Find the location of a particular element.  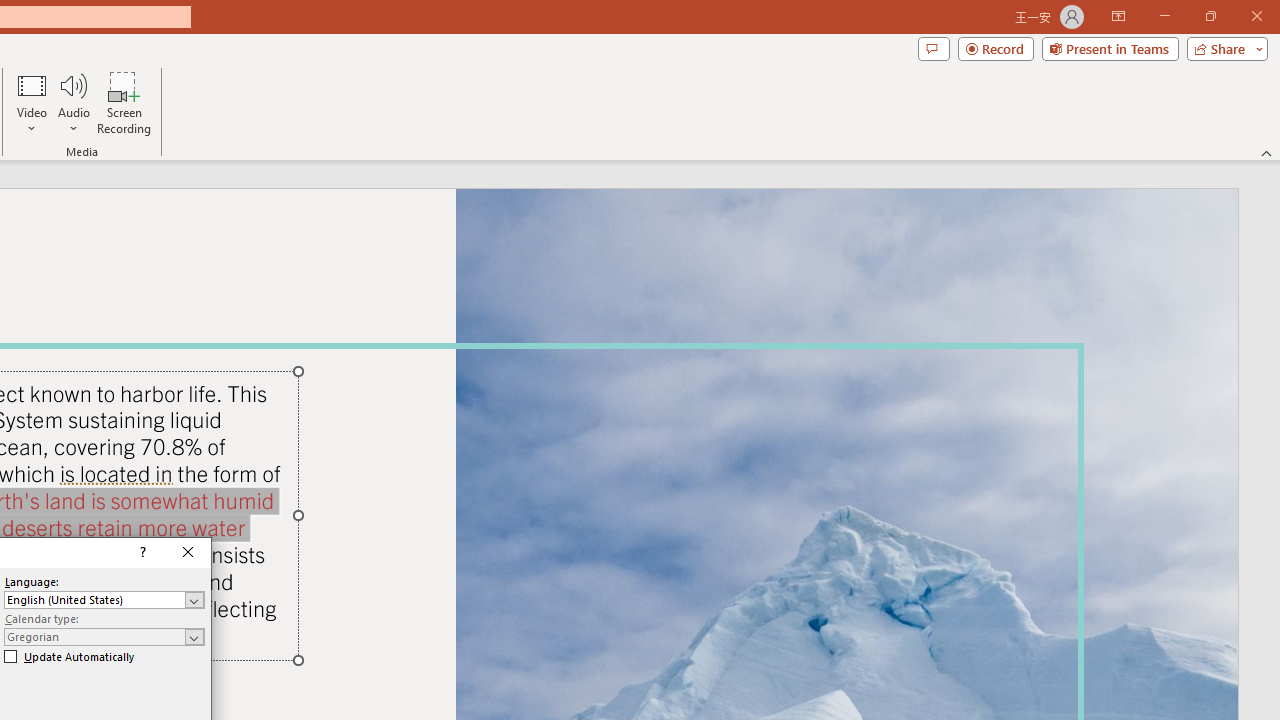

'Video' is located at coordinates (32, 103).